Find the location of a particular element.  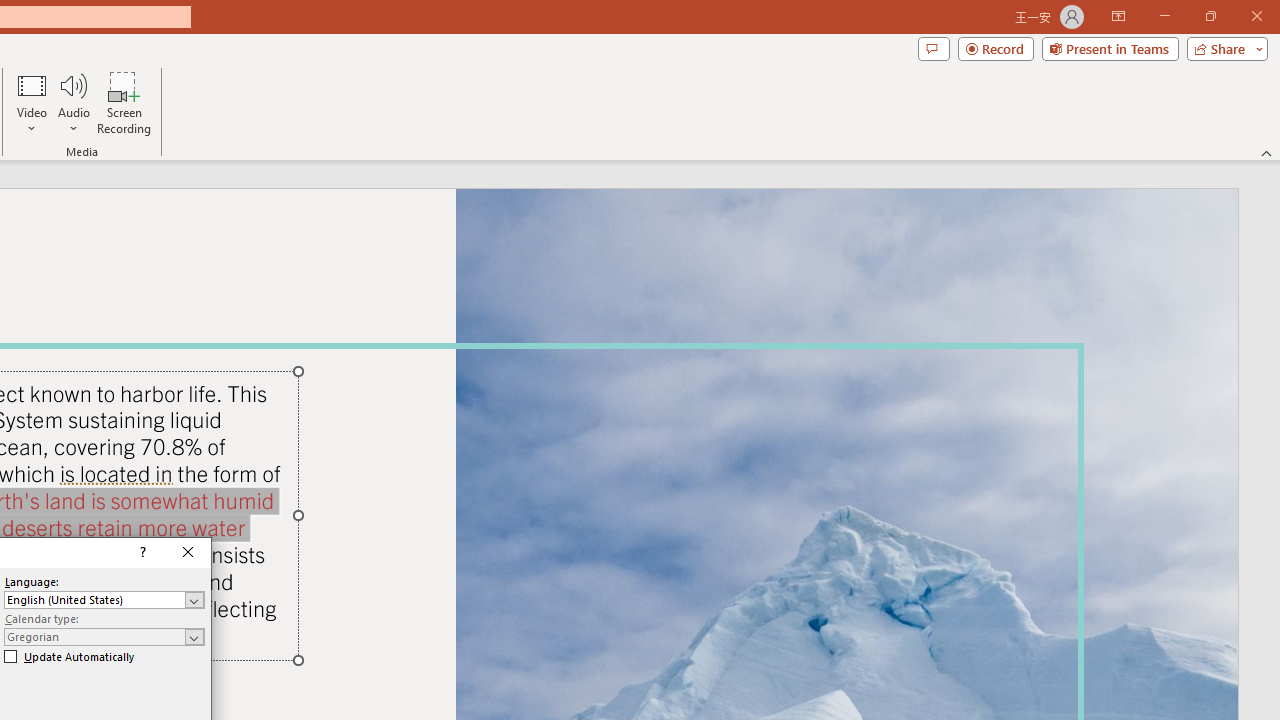

'Video' is located at coordinates (32, 103).